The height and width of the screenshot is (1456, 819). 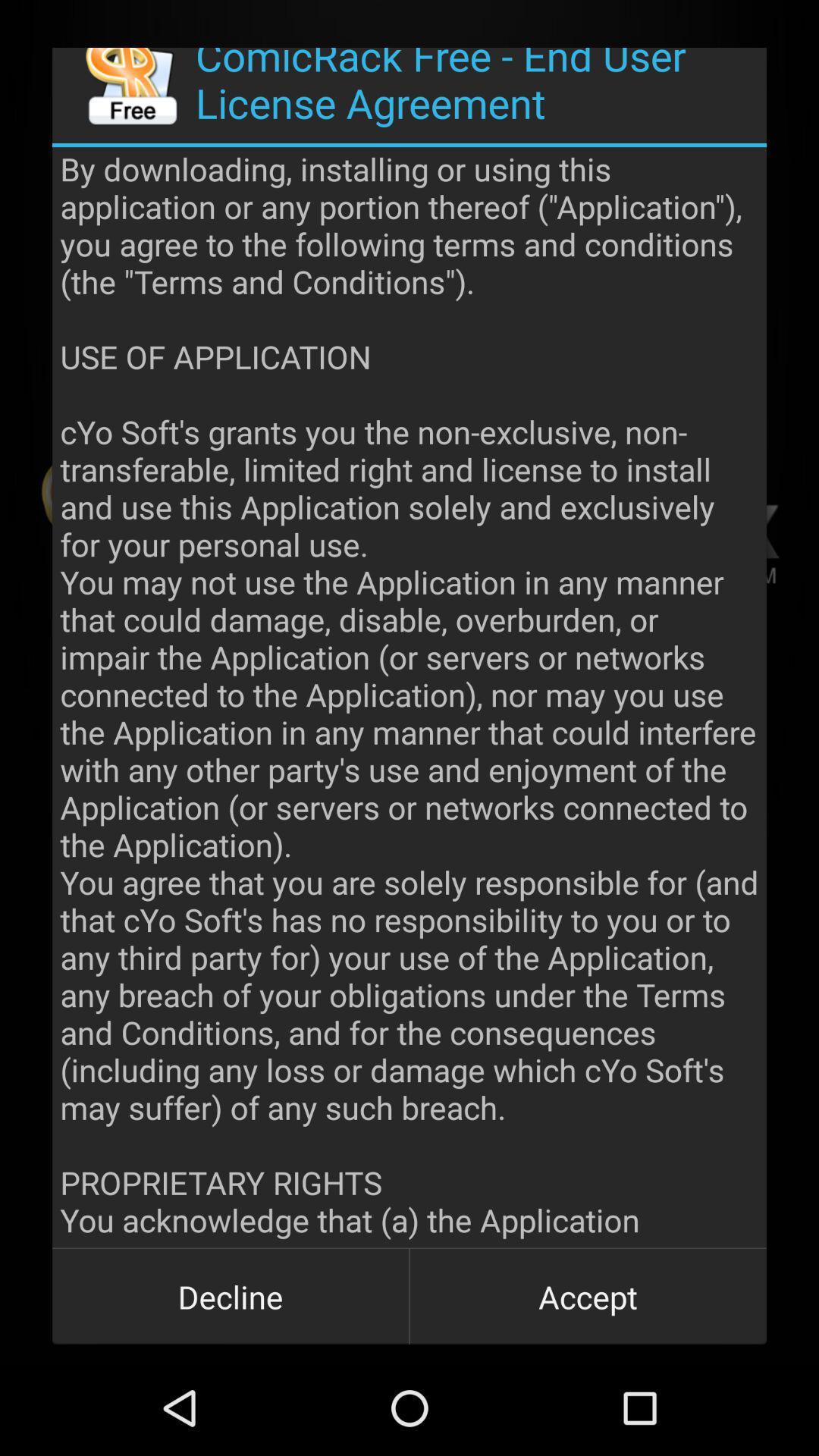 What do you see at coordinates (587, 1295) in the screenshot?
I see `the item at the bottom right corner` at bounding box center [587, 1295].